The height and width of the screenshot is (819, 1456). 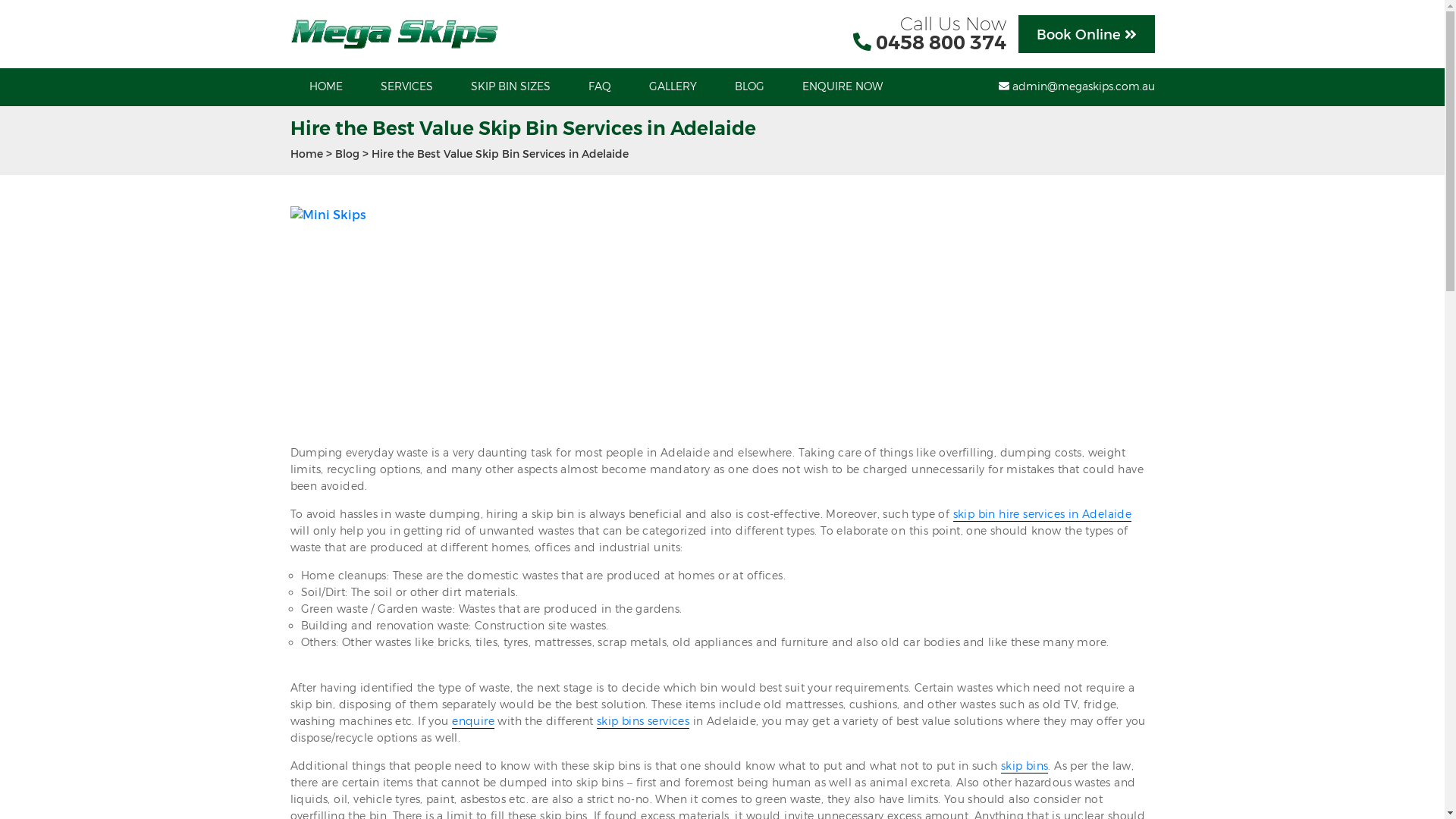 What do you see at coordinates (406, 87) in the screenshot?
I see `'SERVICES'` at bounding box center [406, 87].